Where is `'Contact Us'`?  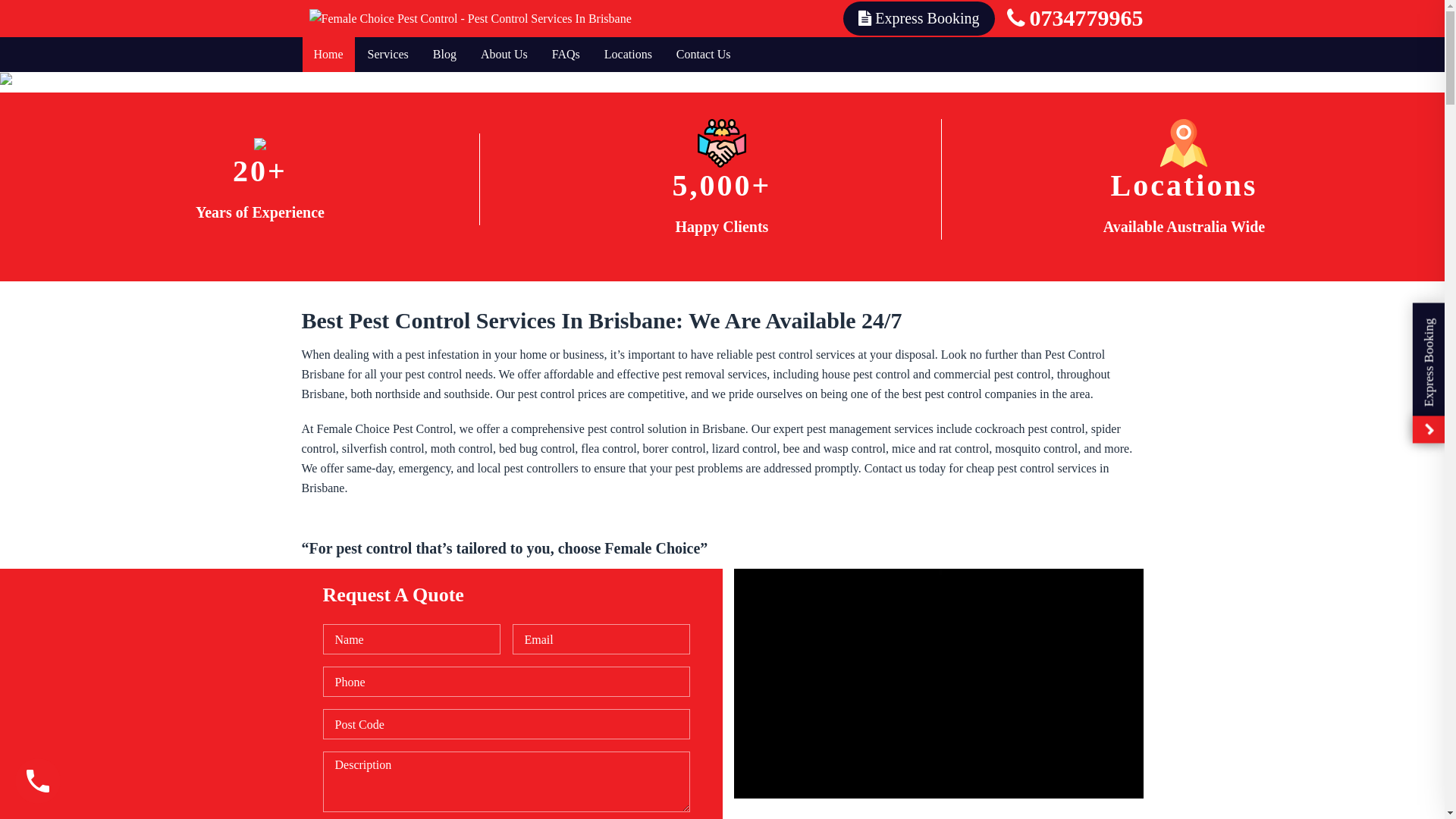 'Contact Us' is located at coordinates (702, 54).